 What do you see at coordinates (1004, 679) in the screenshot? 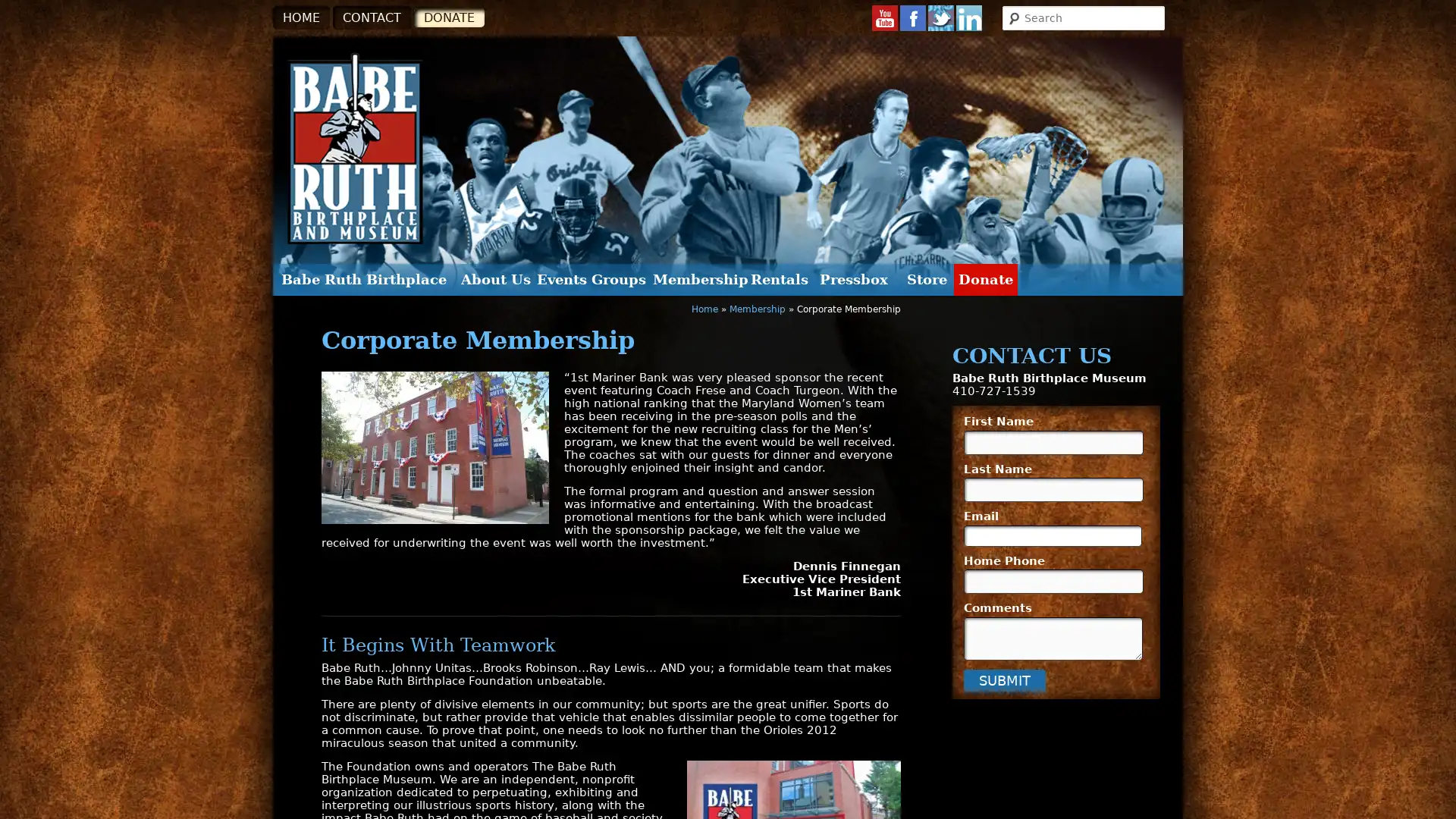
I see `SUBMIT` at bounding box center [1004, 679].